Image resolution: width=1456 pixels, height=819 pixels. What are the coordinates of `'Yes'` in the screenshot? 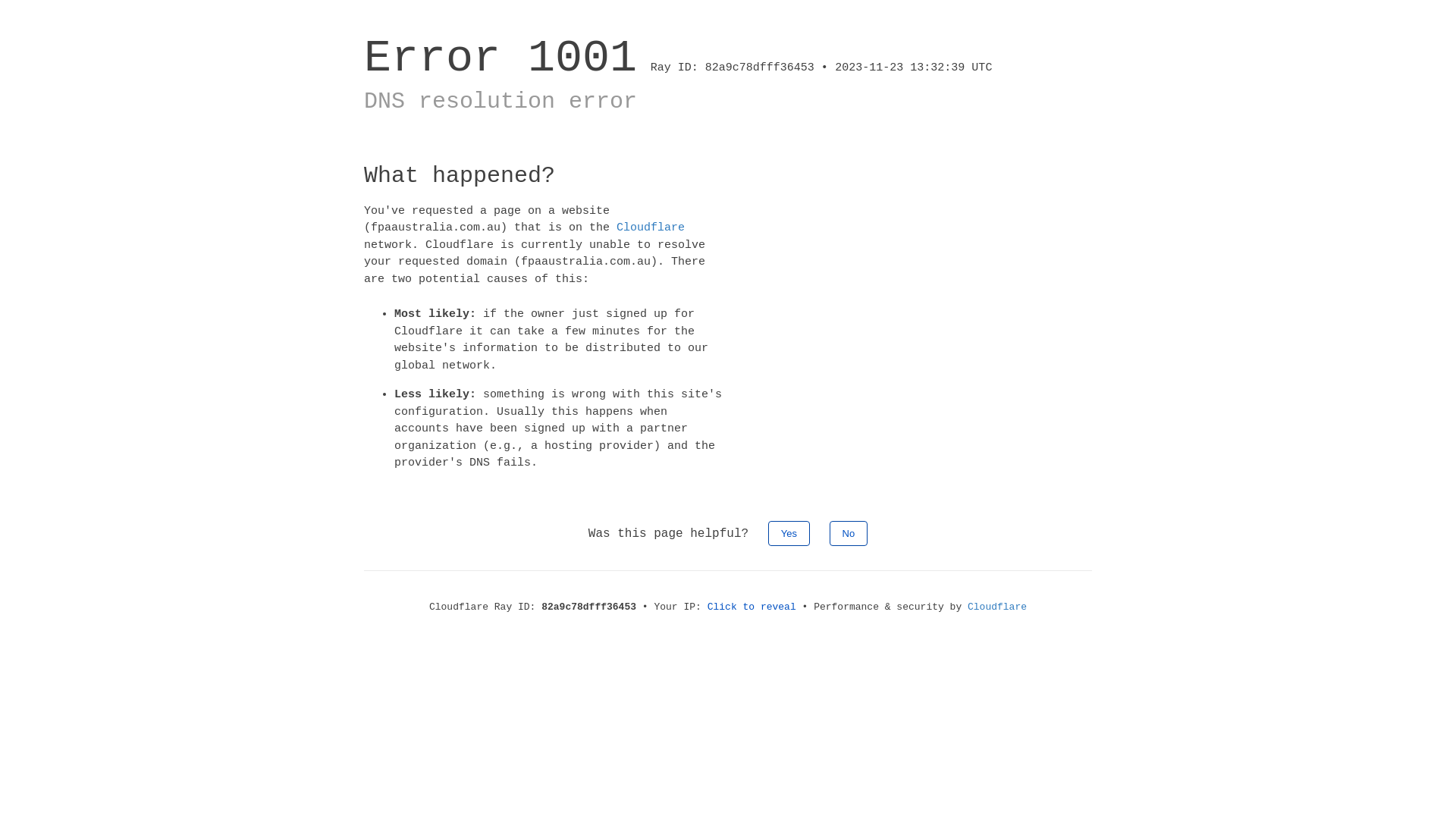 It's located at (789, 532).